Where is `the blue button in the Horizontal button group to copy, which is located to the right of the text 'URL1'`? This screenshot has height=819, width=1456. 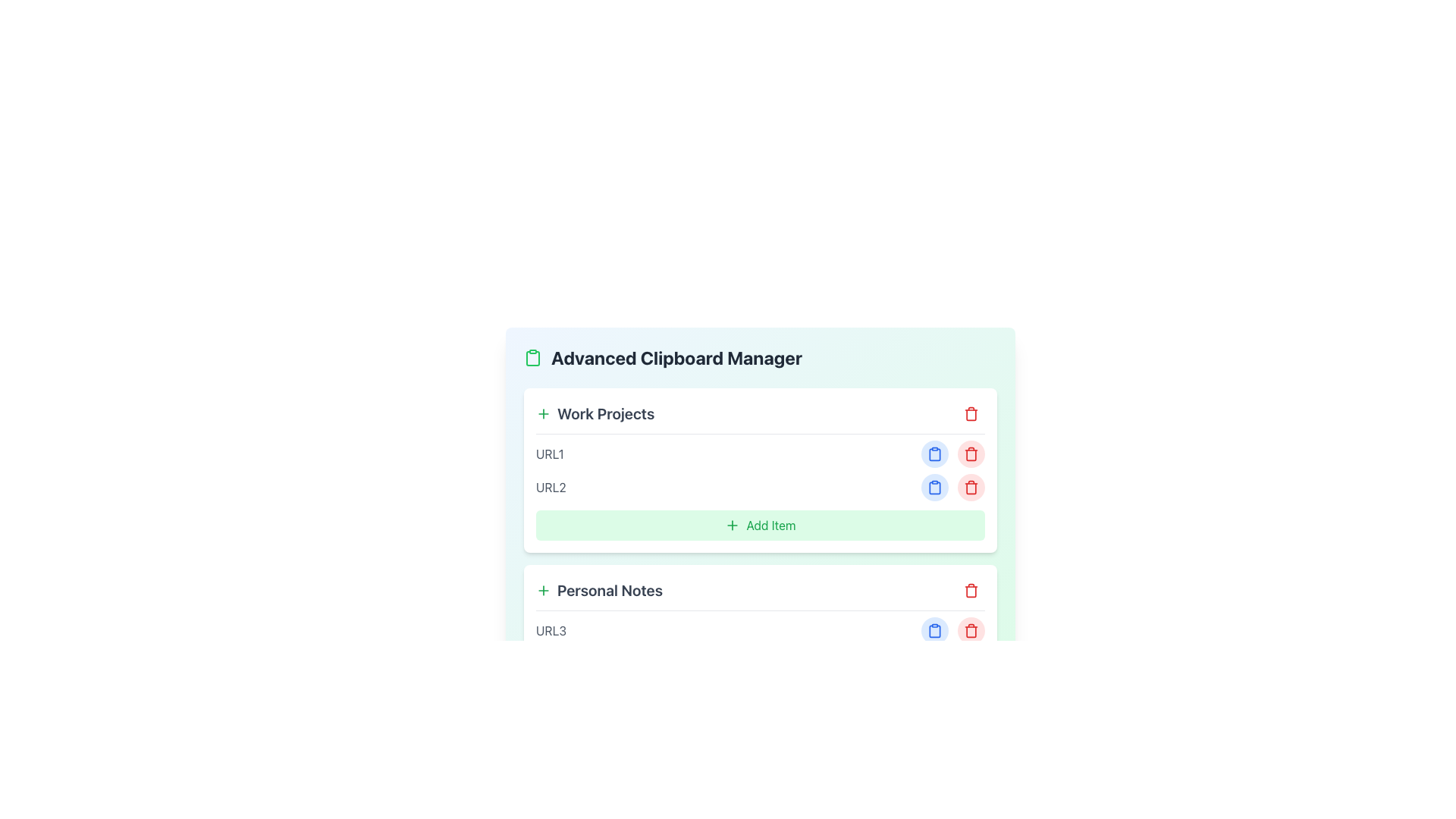
the blue button in the Horizontal button group to copy, which is located to the right of the text 'URL1' is located at coordinates (952, 453).